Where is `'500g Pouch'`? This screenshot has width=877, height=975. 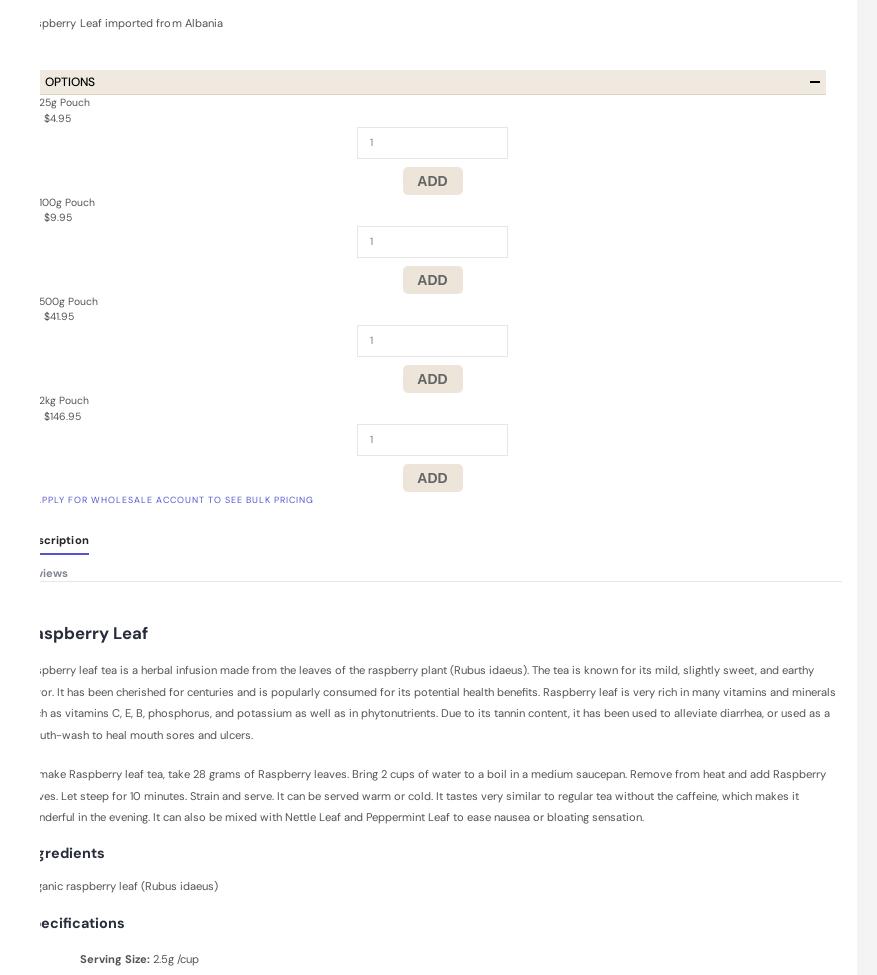 '500g Pouch' is located at coordinates (68, 299).